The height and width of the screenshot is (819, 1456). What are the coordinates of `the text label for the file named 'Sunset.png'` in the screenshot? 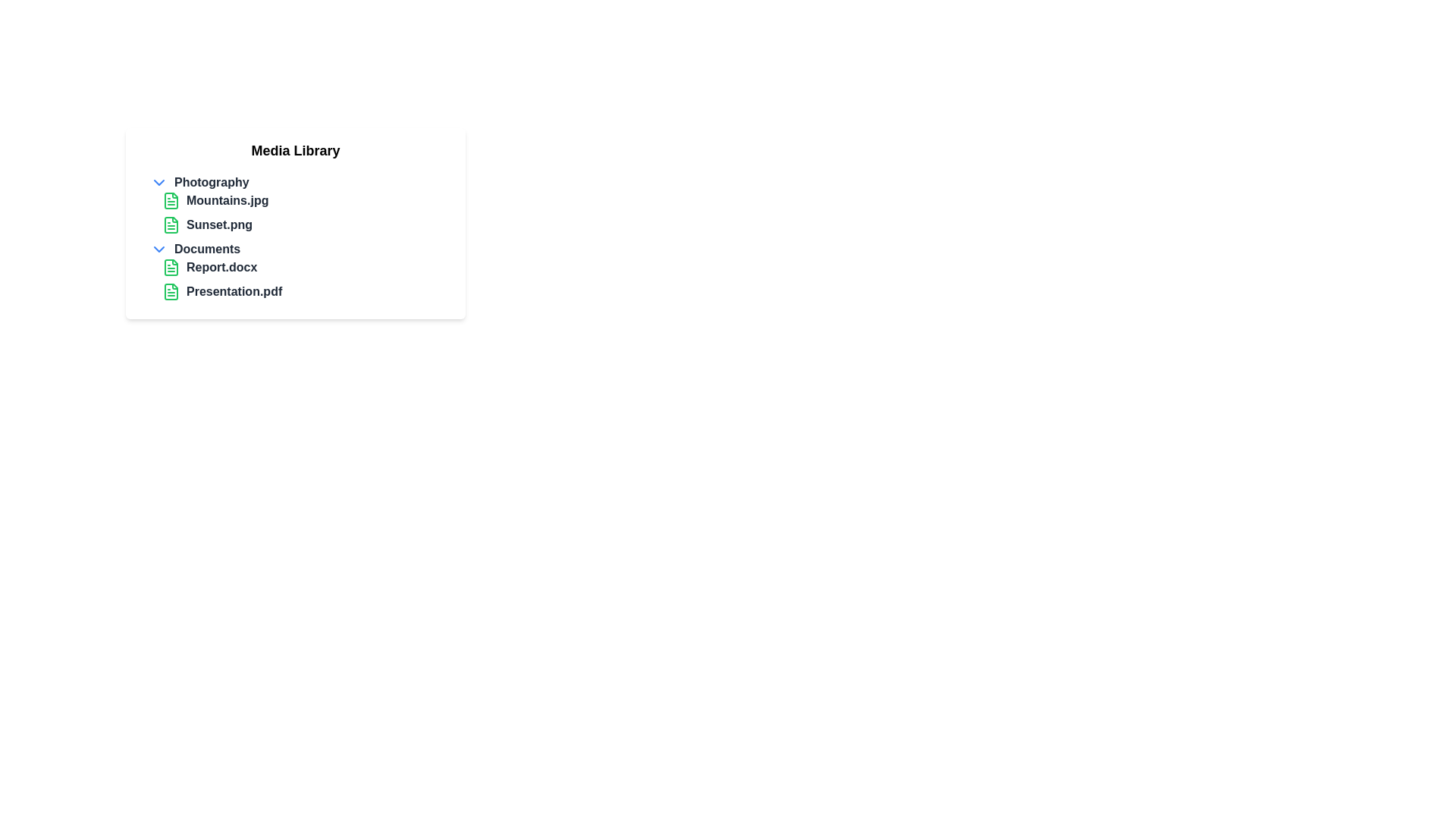 It's located at (218, 225).